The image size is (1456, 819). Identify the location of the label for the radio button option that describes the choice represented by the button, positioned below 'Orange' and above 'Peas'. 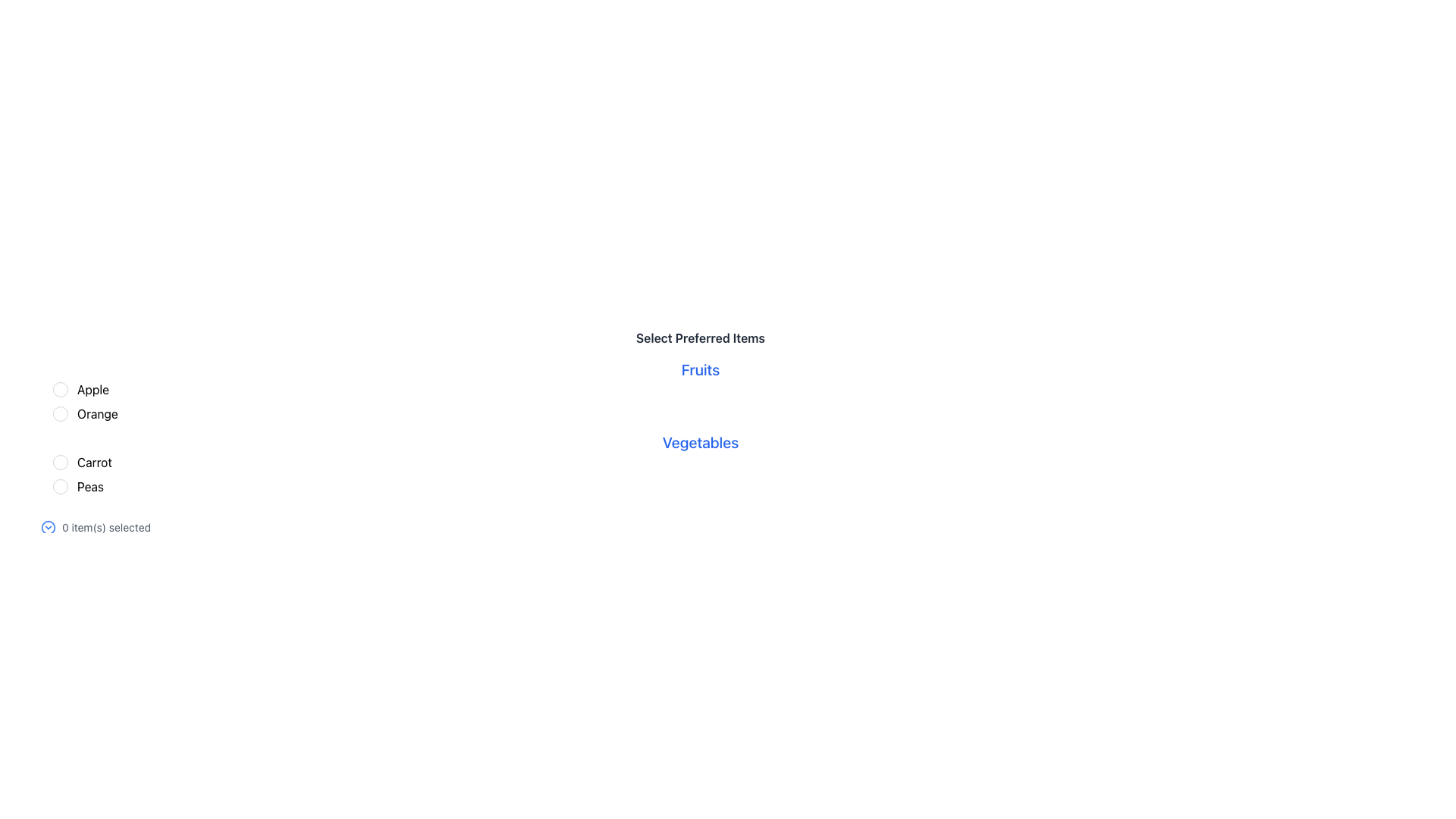
(93, 461).